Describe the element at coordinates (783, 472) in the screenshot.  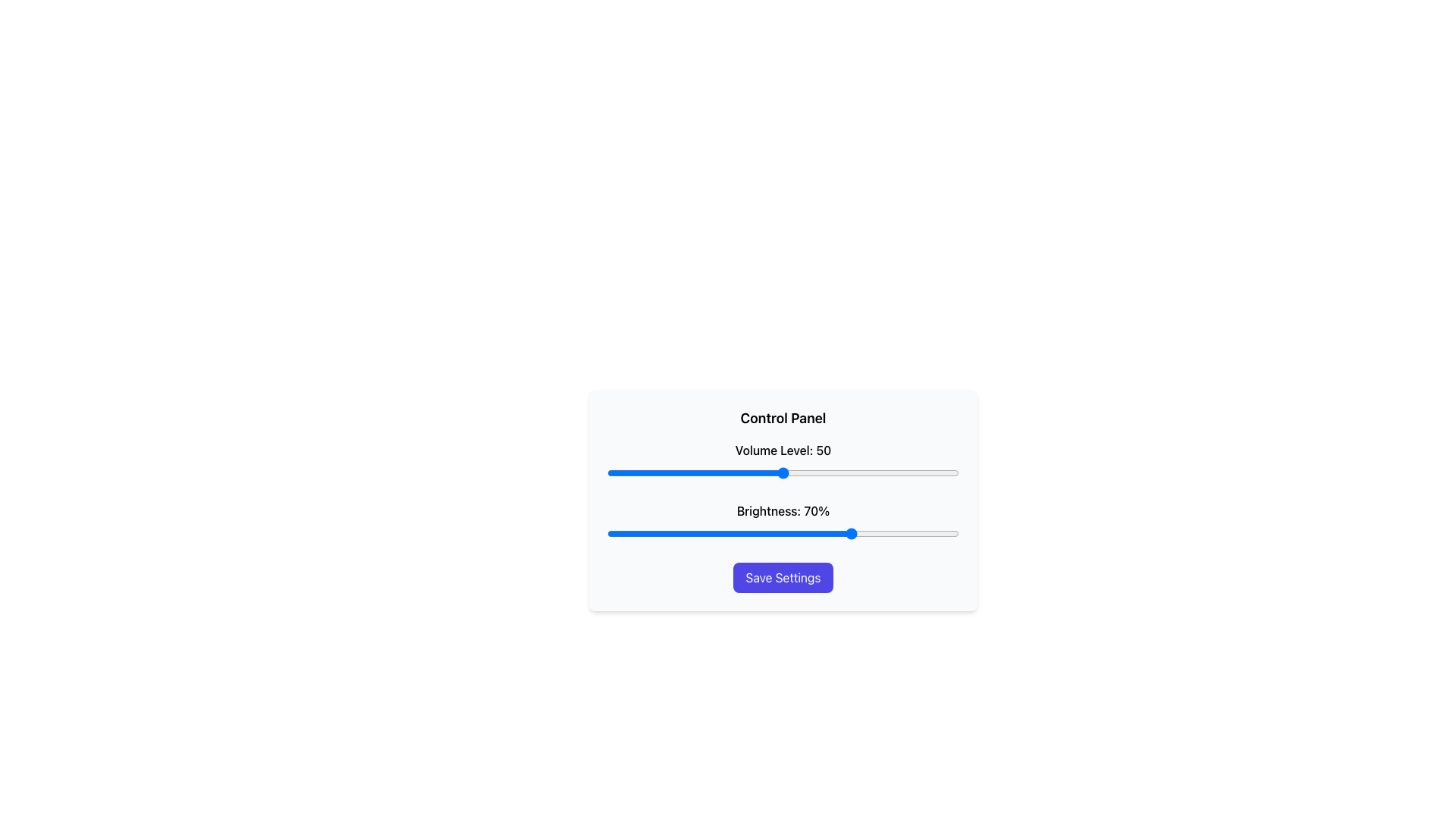
I see `the volume level range slider located below the label 'Volume Level: 50' in the 'Control Panel' to potentially display a tooltip` at that location.